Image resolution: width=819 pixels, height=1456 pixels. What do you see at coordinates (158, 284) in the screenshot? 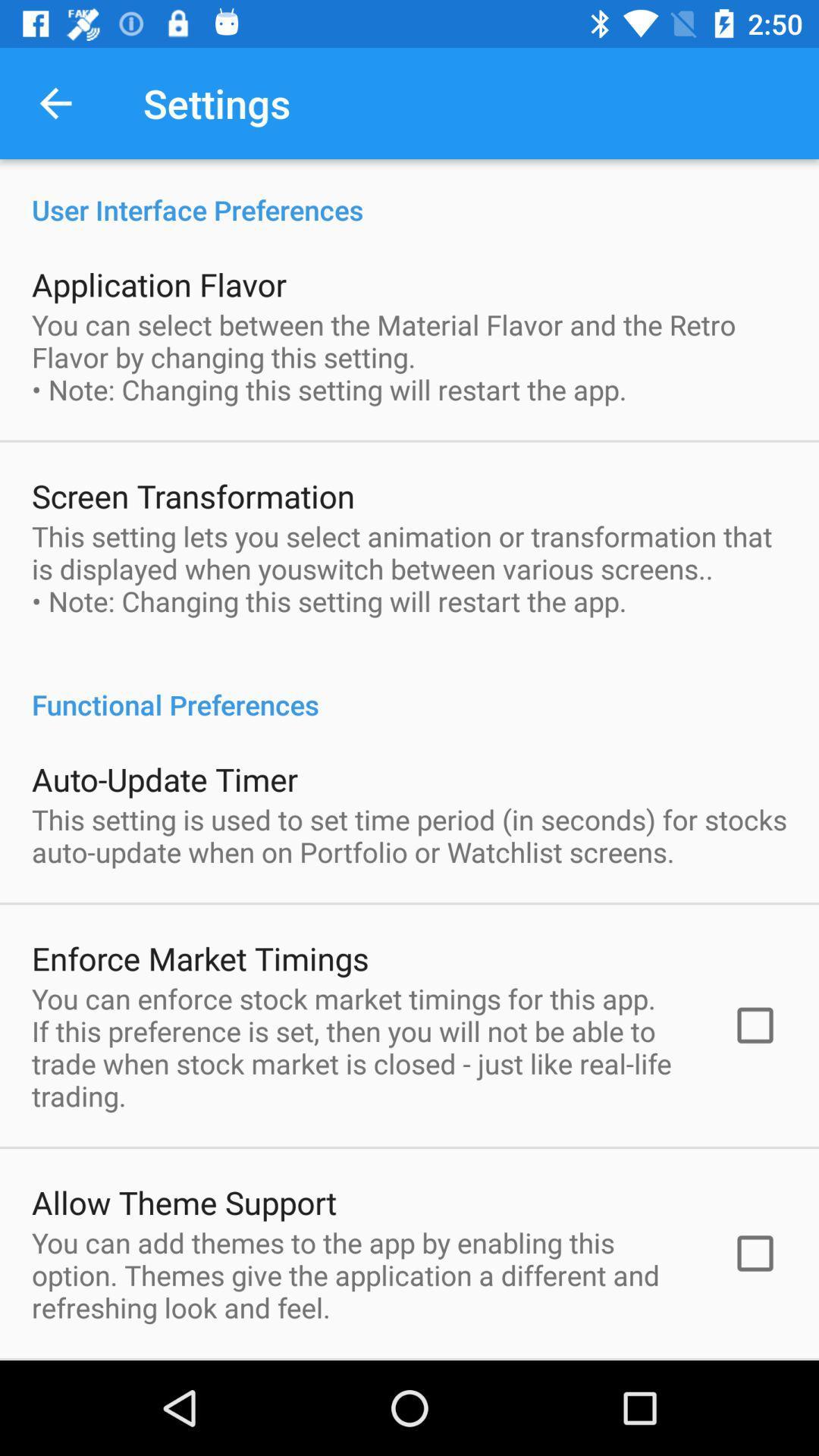
I see `application flavor icon` at bounding box center [158, 284].